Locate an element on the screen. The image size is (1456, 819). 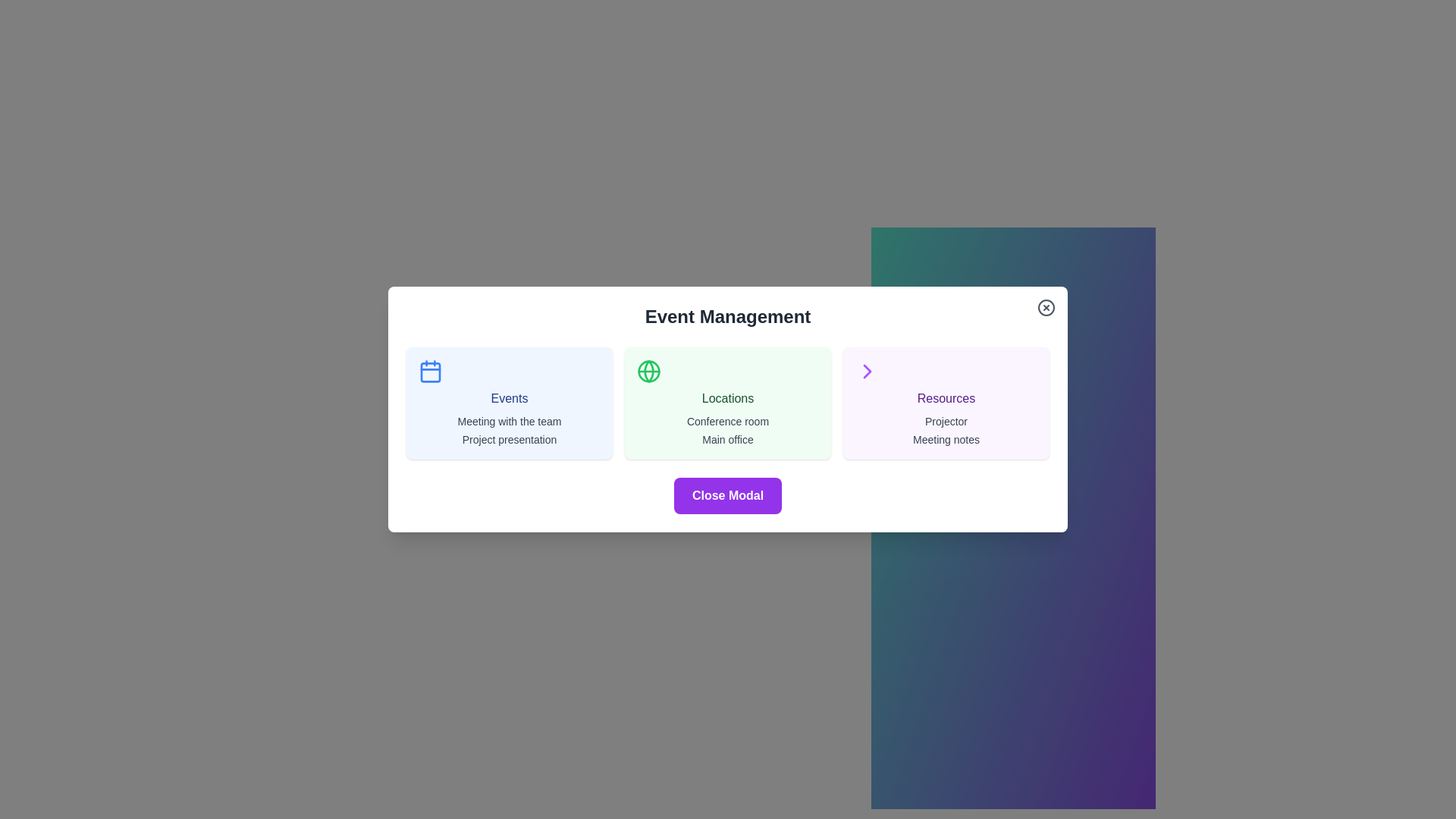
the information card displaying location details for 'Conference room' and 'Main office' in the Event Management modal dialog is located at coordinates (728, 403).